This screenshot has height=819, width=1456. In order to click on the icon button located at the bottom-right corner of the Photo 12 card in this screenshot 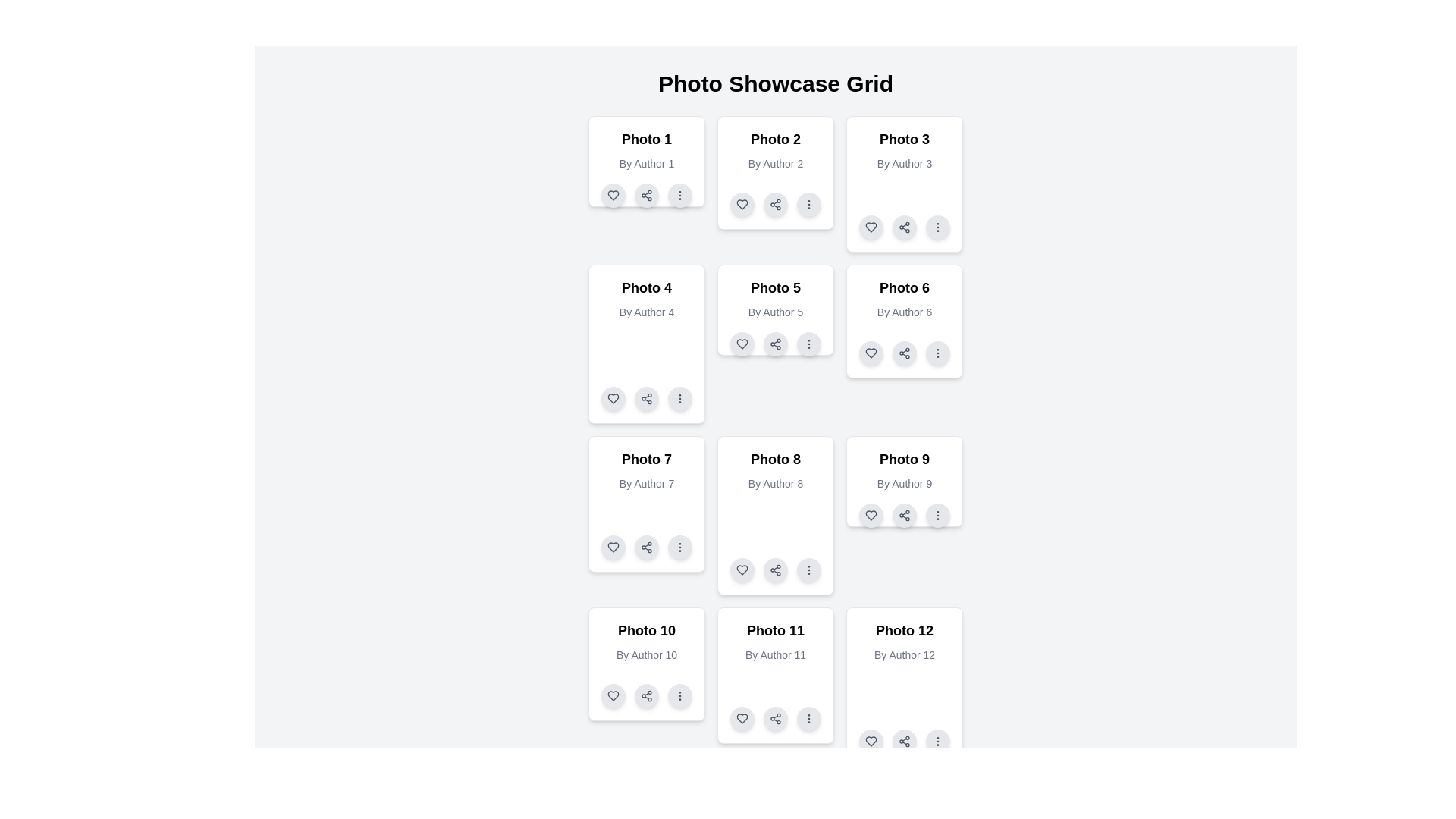, I will do `click(937, 741)`.